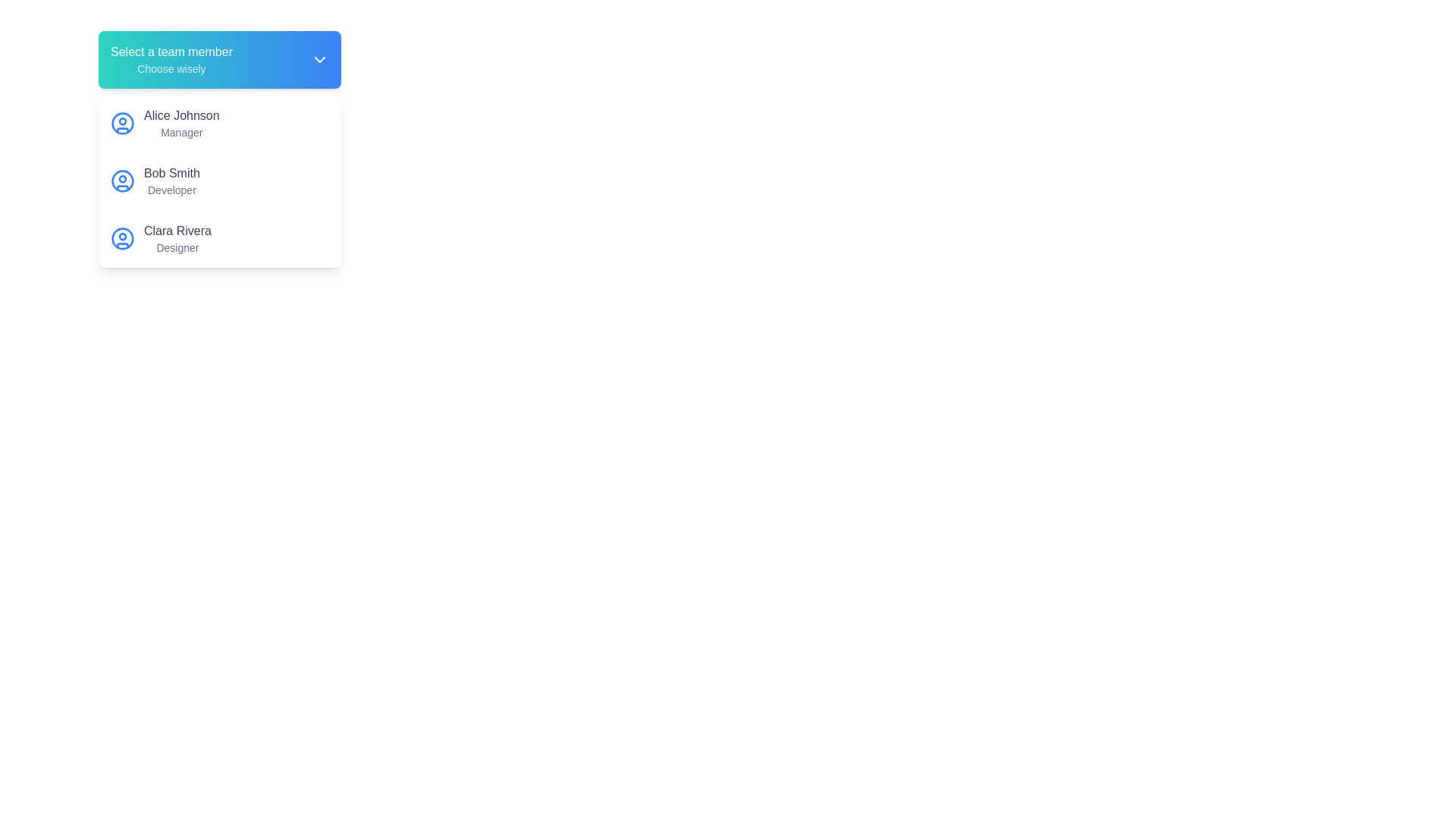  What do you see at coordinates (181, 122) in the screenshot?
I see `the first text block in the selection menu that displays the name and role of a team member, located immediately below the 'Select a team member' dropdown` at bounding box center [181, 122].